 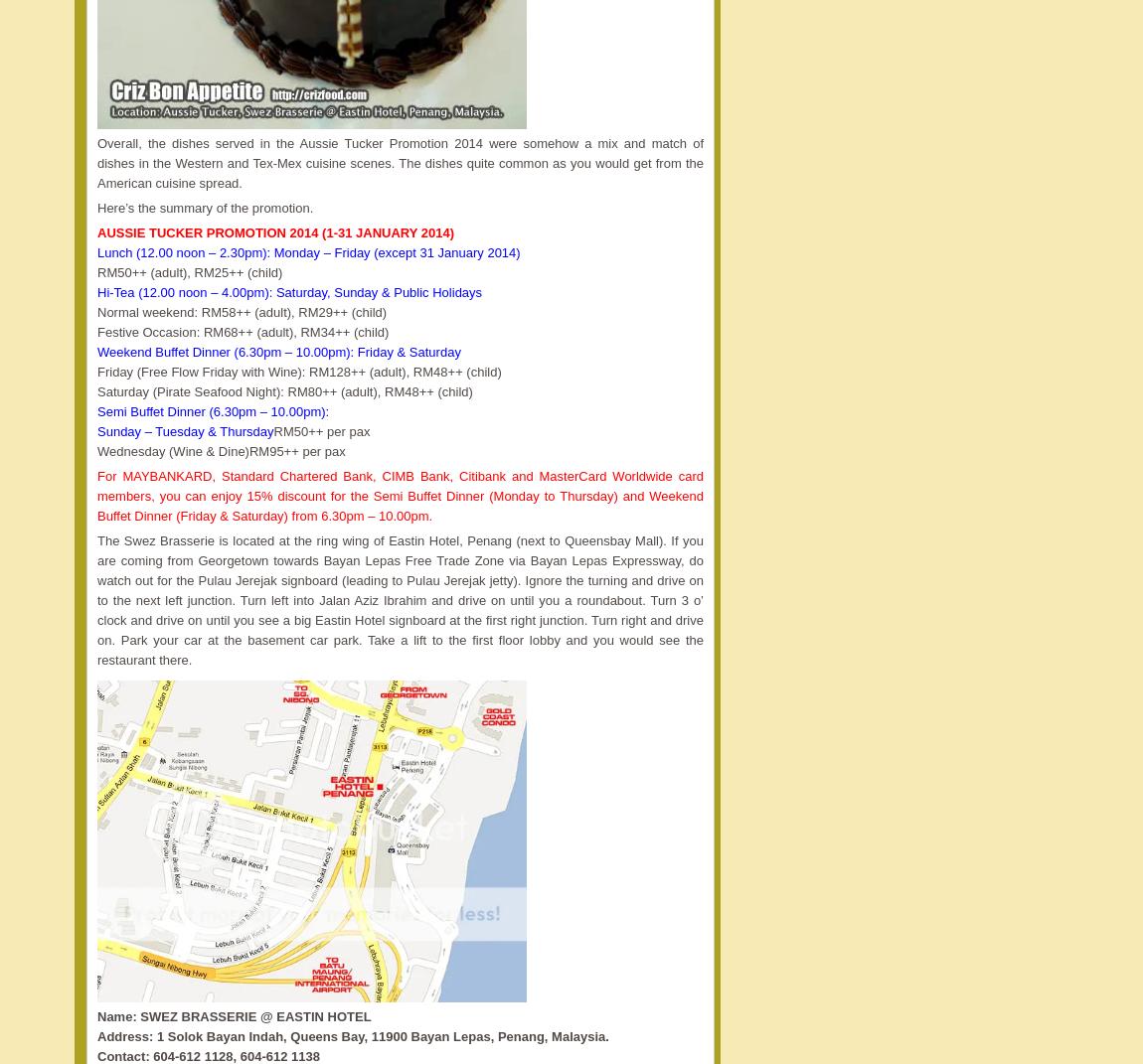 What do you see at coordinates (274, 232) in the screenshot?
I see `'AUSSIE TUCKER PROMOTION 2014 (1-31 JANUARY 2014)'` at bounding box center [274, 232].